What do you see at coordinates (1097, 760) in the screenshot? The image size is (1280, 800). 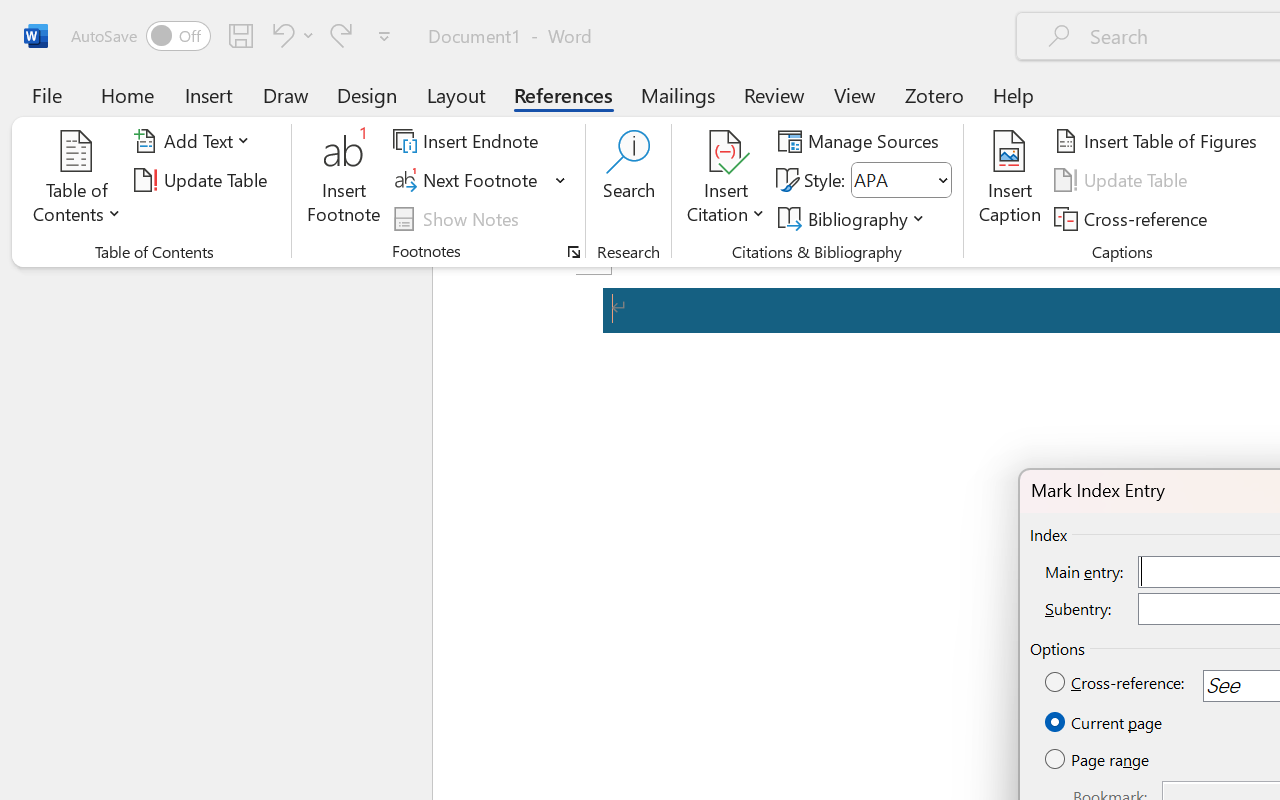 I see `'Page range'` at bounding box center [1097, 760].